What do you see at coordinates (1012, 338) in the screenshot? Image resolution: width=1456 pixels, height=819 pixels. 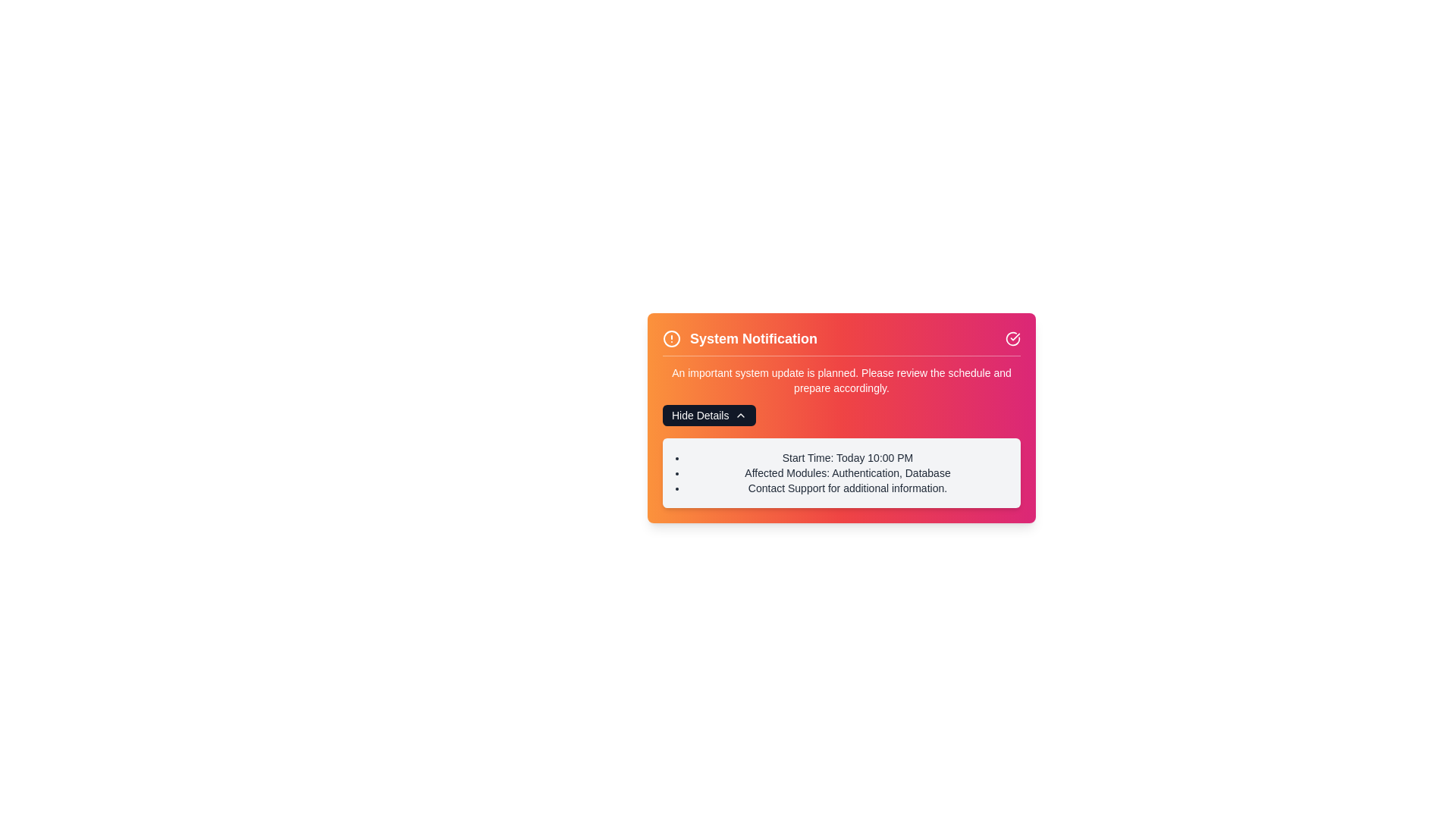 I see `the checkmark icon to mark the notification as read` at bounding box center [1012, 338].